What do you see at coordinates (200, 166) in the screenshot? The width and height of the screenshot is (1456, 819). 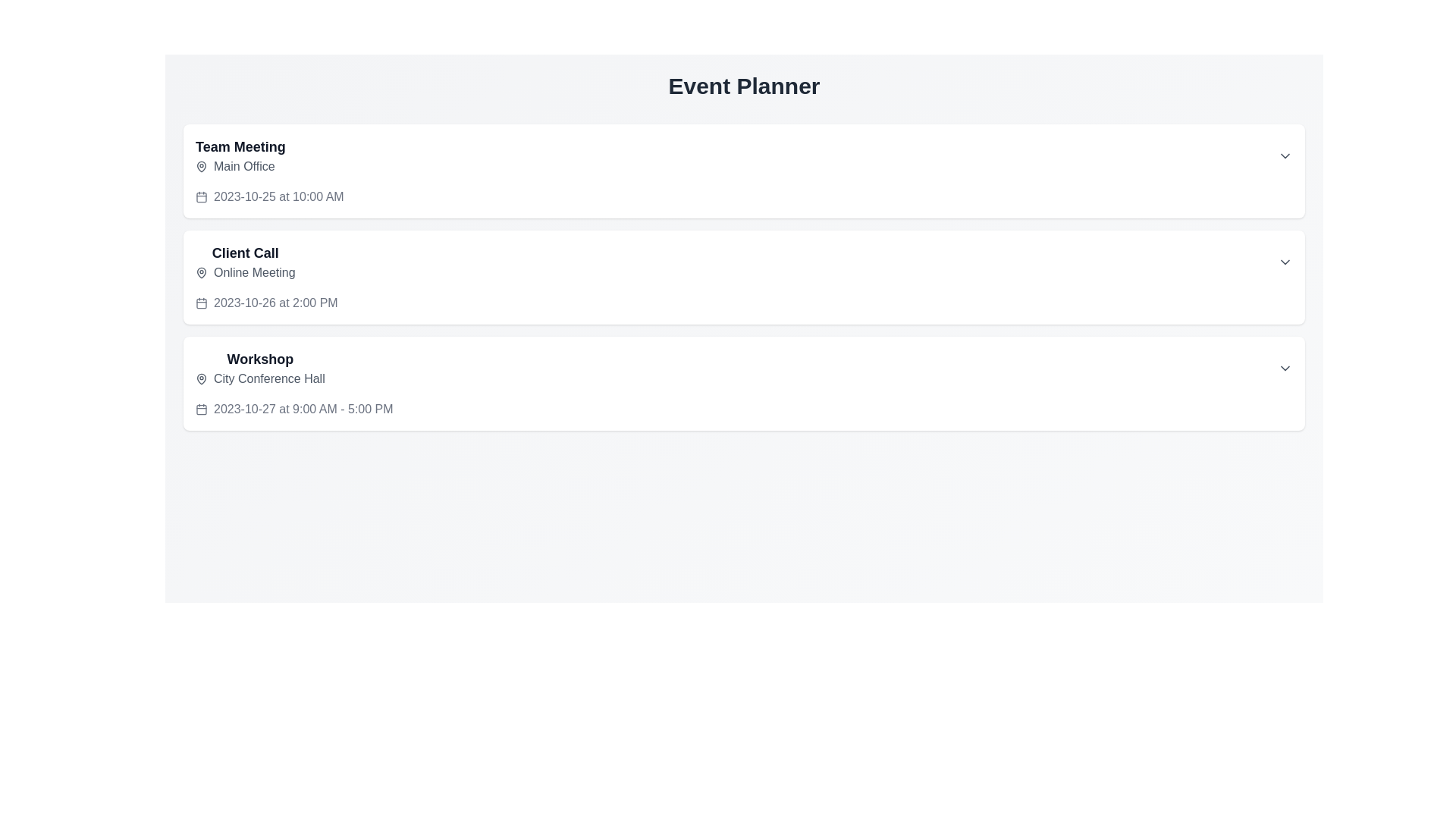 I see `the pin-shaped icon element located near the 'Main Office' label within the 'Team Meeting' card` at bounding box center [200, 166].